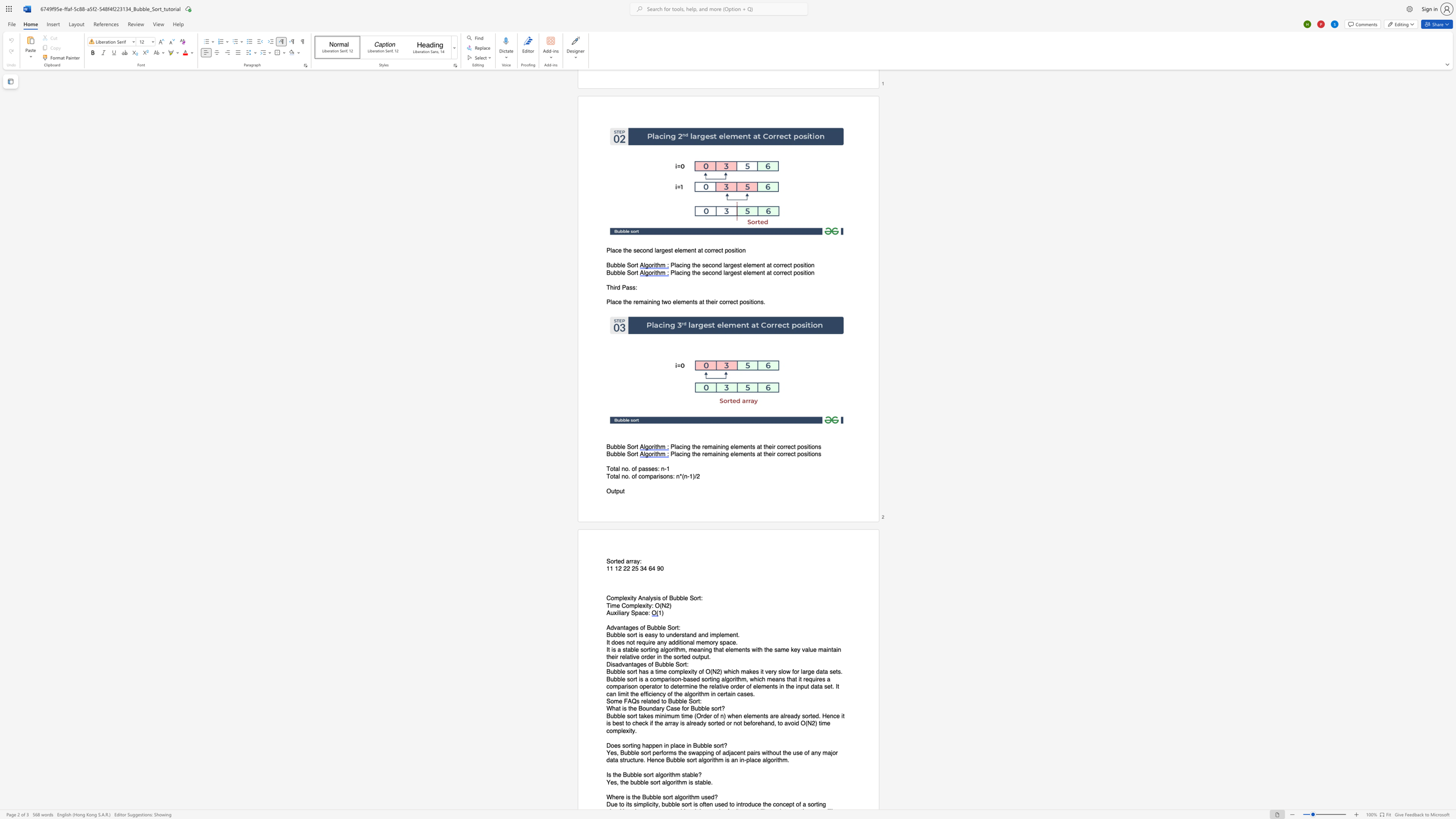 Image resolution: width=1456 pixels, height=819 pixels. What do you see at coordinates (665, 649) in the screenshot?
I see `the space between the continuous character "l" and "g" in the text` at bounding box center [665, 649].